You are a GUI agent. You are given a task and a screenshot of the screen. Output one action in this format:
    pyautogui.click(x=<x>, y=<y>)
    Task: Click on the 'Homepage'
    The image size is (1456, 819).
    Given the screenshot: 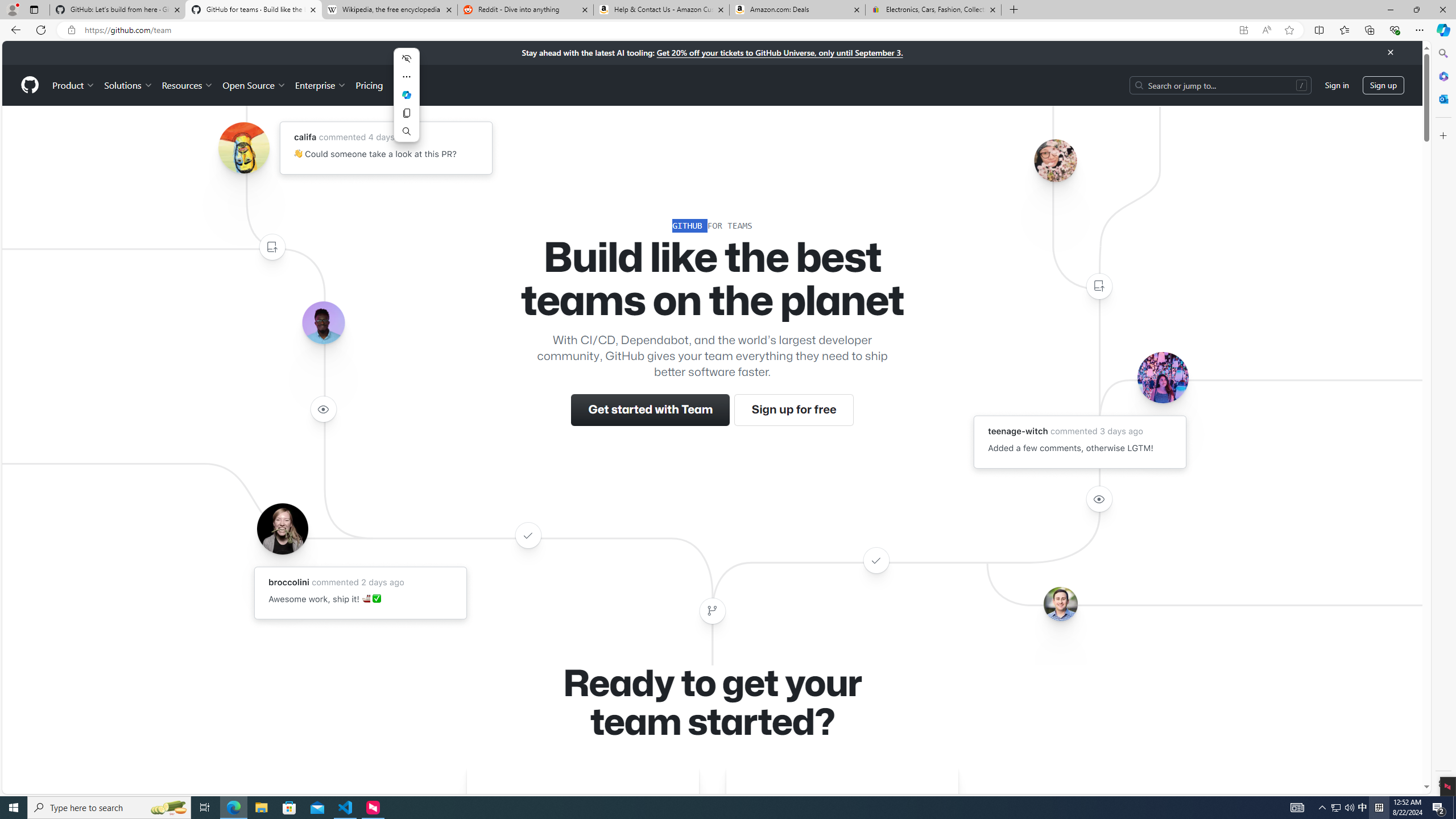 What is the action you would take?
    pyautogui.click(x=30, y=85)
    